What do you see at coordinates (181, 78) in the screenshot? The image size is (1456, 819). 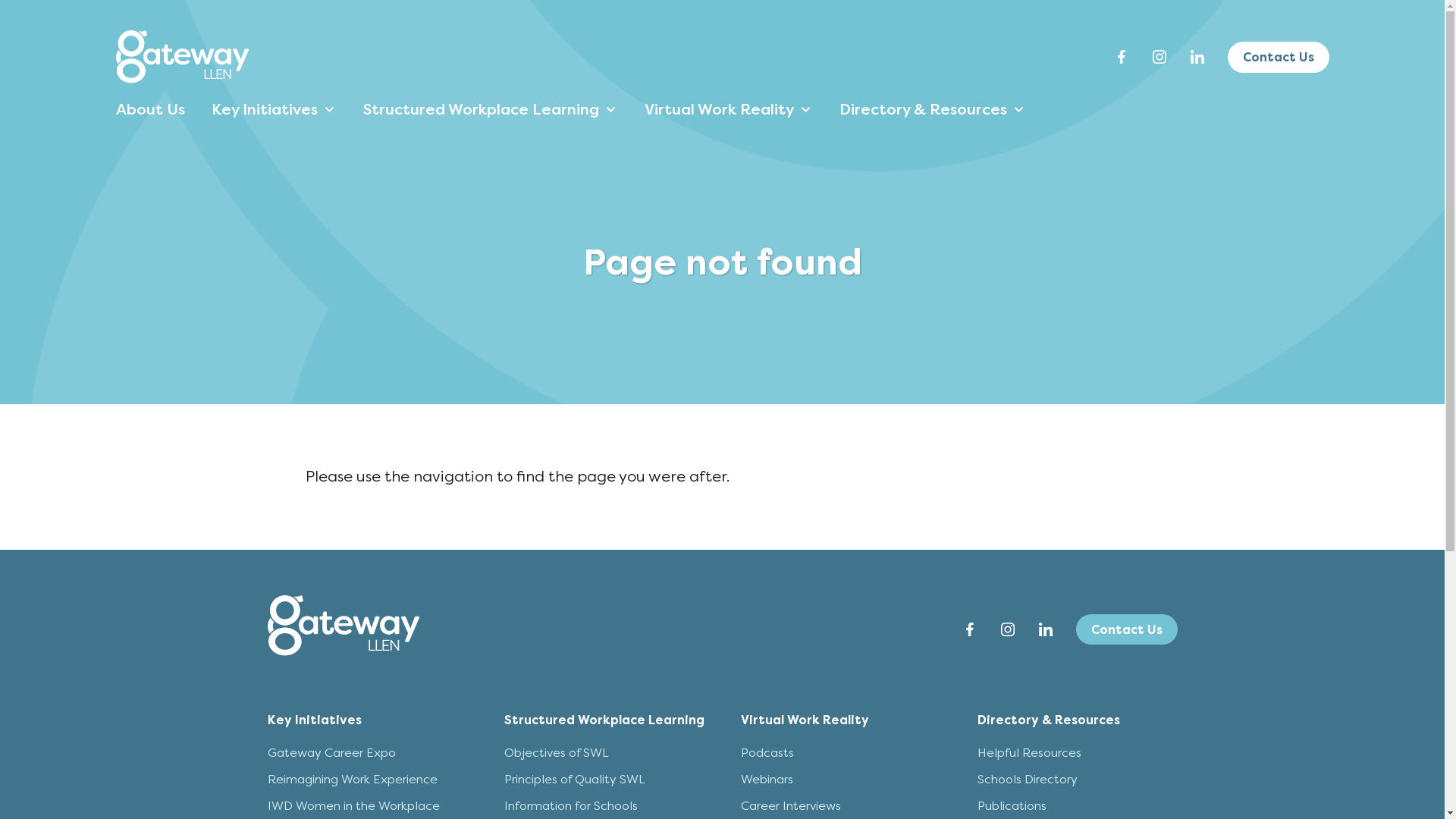 I see `'Gateway LLEN'` at bounding box center [181, 78].